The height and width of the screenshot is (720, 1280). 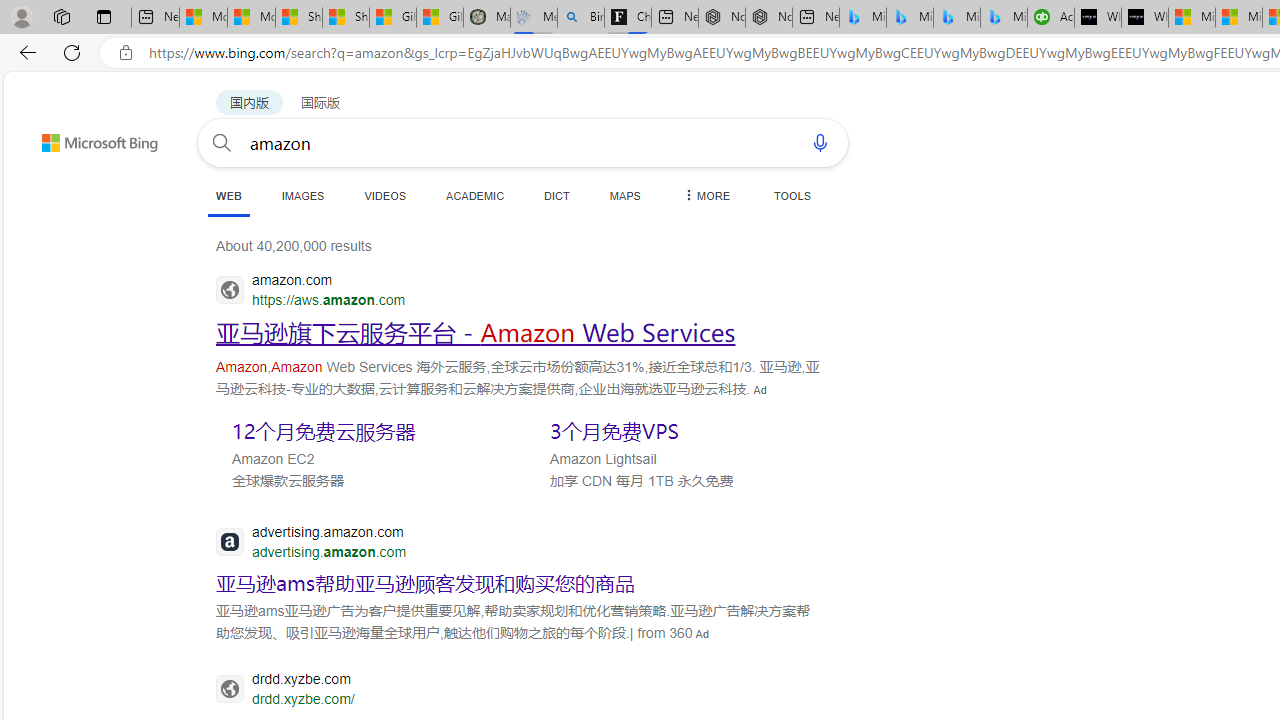 What do you see at coordinates (580, 17) in the screenshot?
I see `'Bing Real Estate - Home sales and rental listings'` at bounding box center [580, 17].